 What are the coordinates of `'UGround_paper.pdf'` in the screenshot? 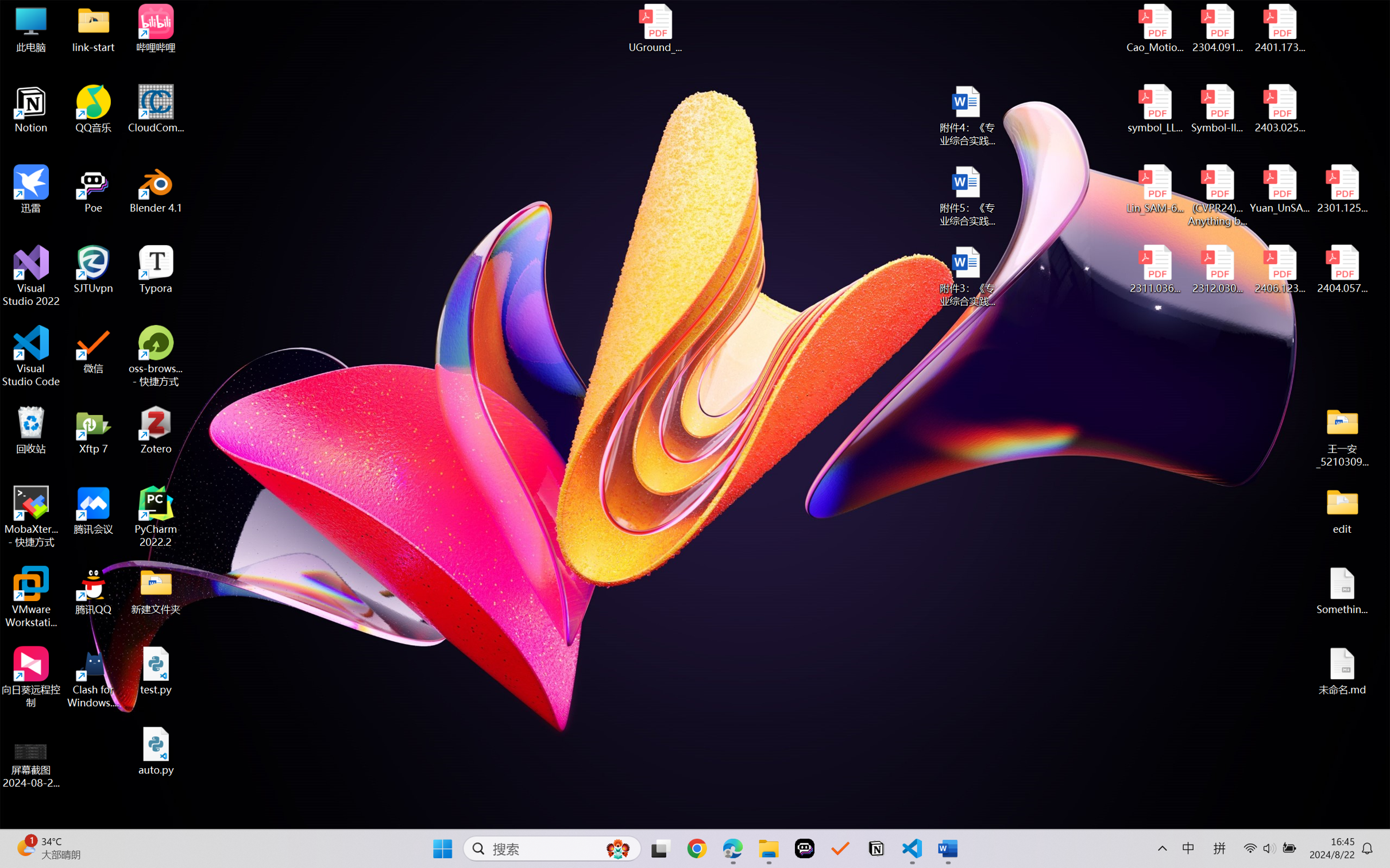 It's located at (655, 28).